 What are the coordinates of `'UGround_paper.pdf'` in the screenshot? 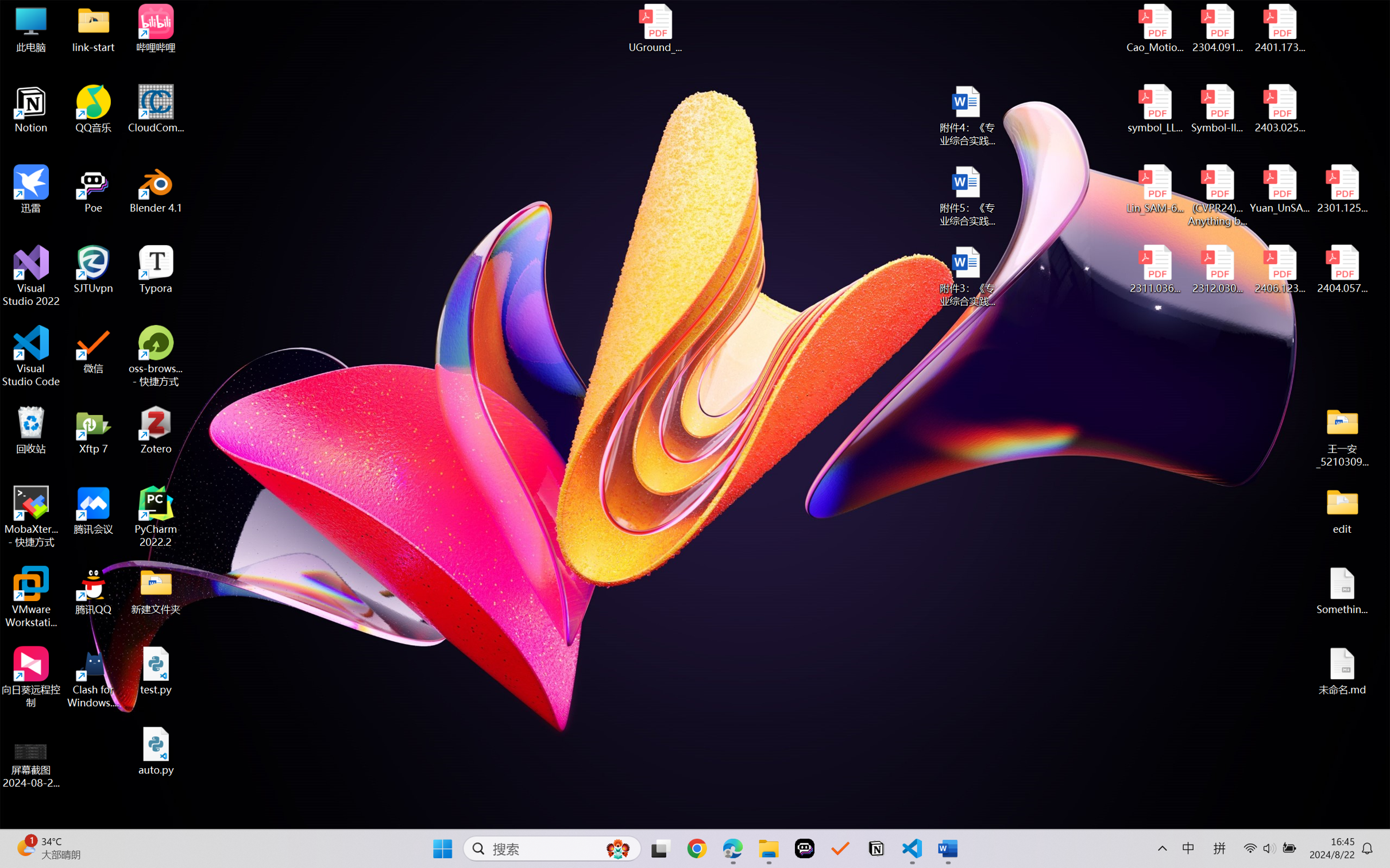 It's located at (655, 28).